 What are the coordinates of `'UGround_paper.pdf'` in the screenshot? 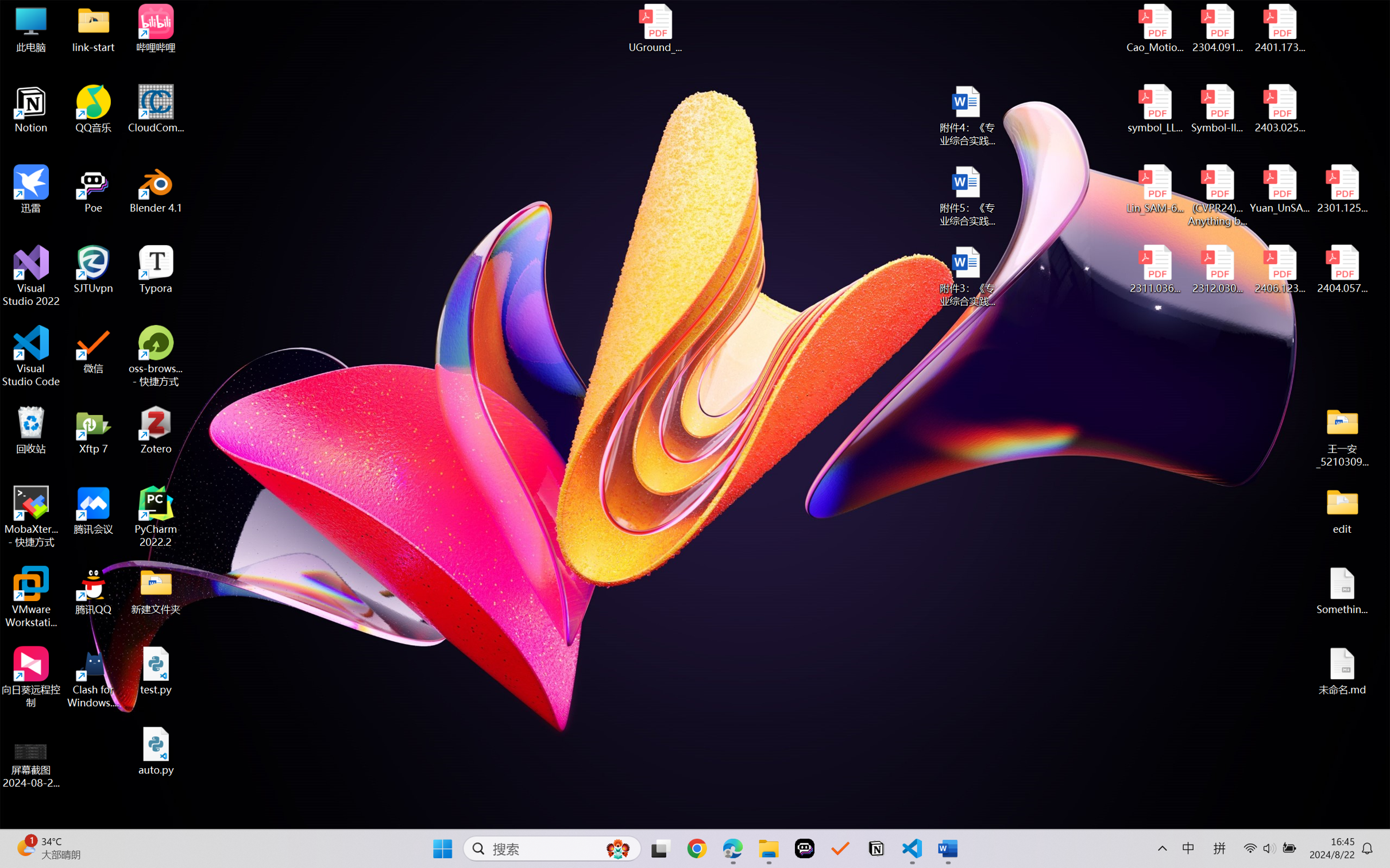 It's located at (655, 28).